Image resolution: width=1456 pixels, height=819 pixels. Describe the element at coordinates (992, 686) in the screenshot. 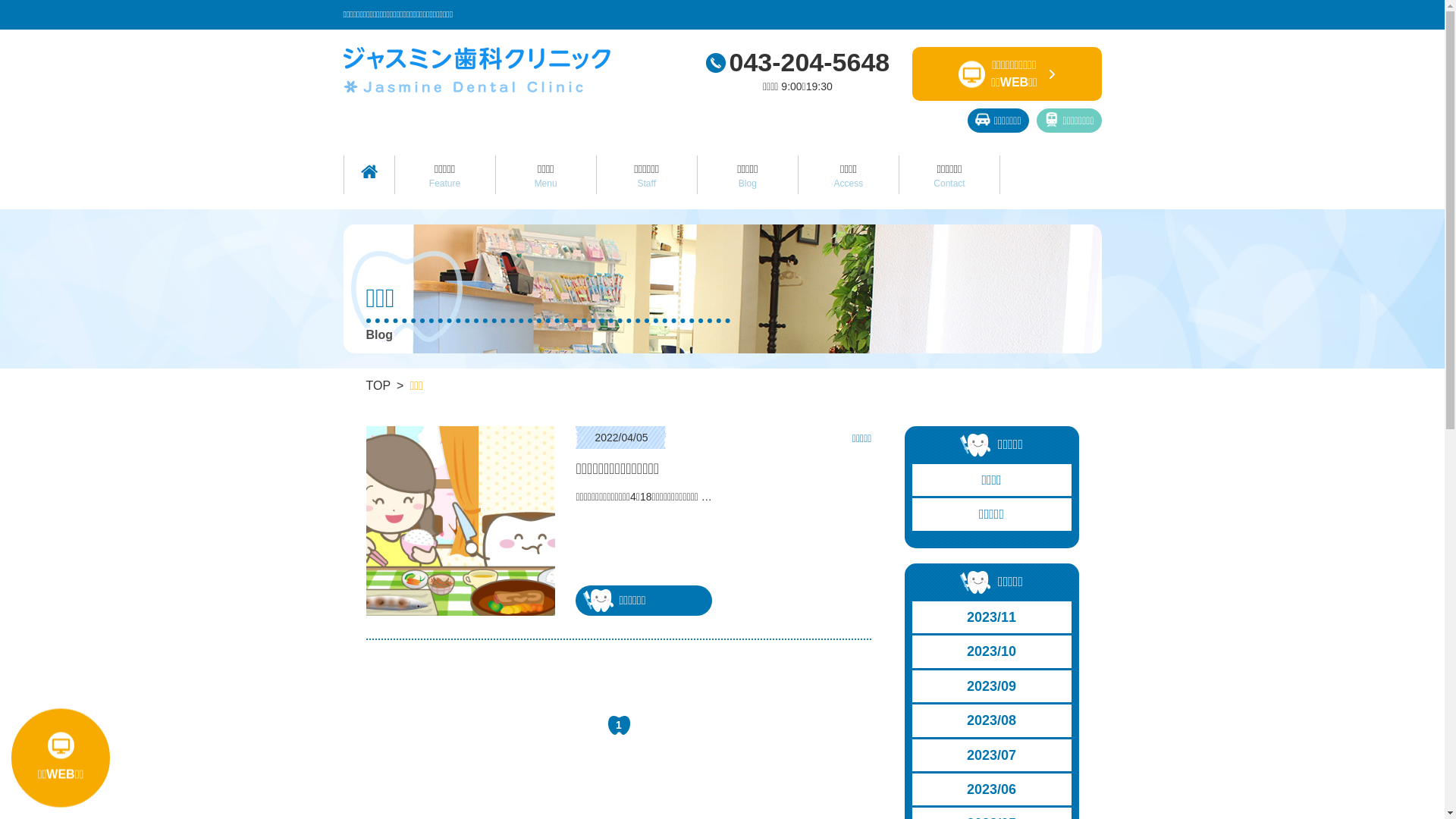

I see `'2023/09'` at that location.